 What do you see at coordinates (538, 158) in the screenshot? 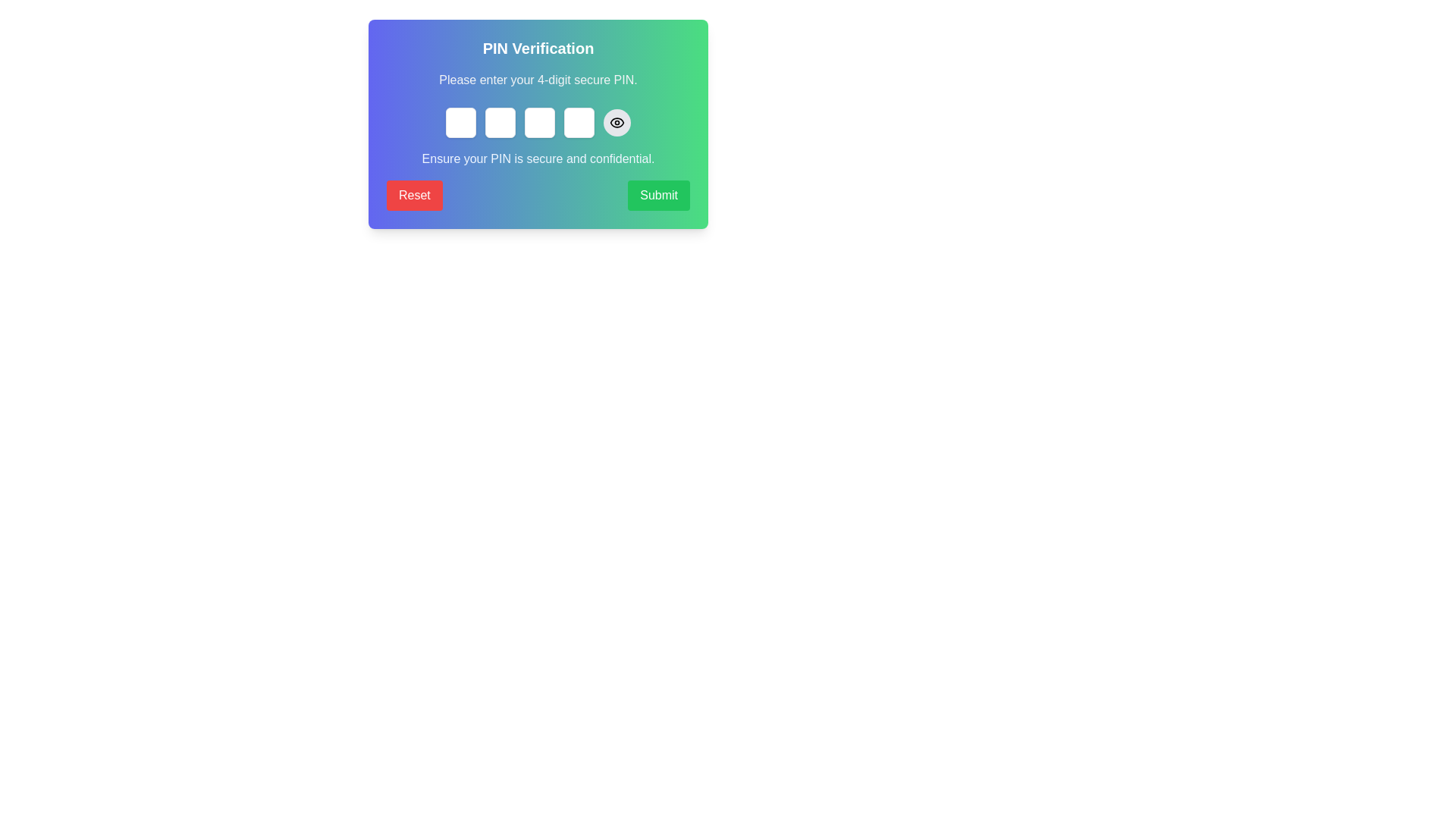
I see `the instructional text label reminding users about maintaining PIN security, positioned below the PIN entry fields and above the 'Reset' and 'Submit' buttons` at bounding box center [538, 158].